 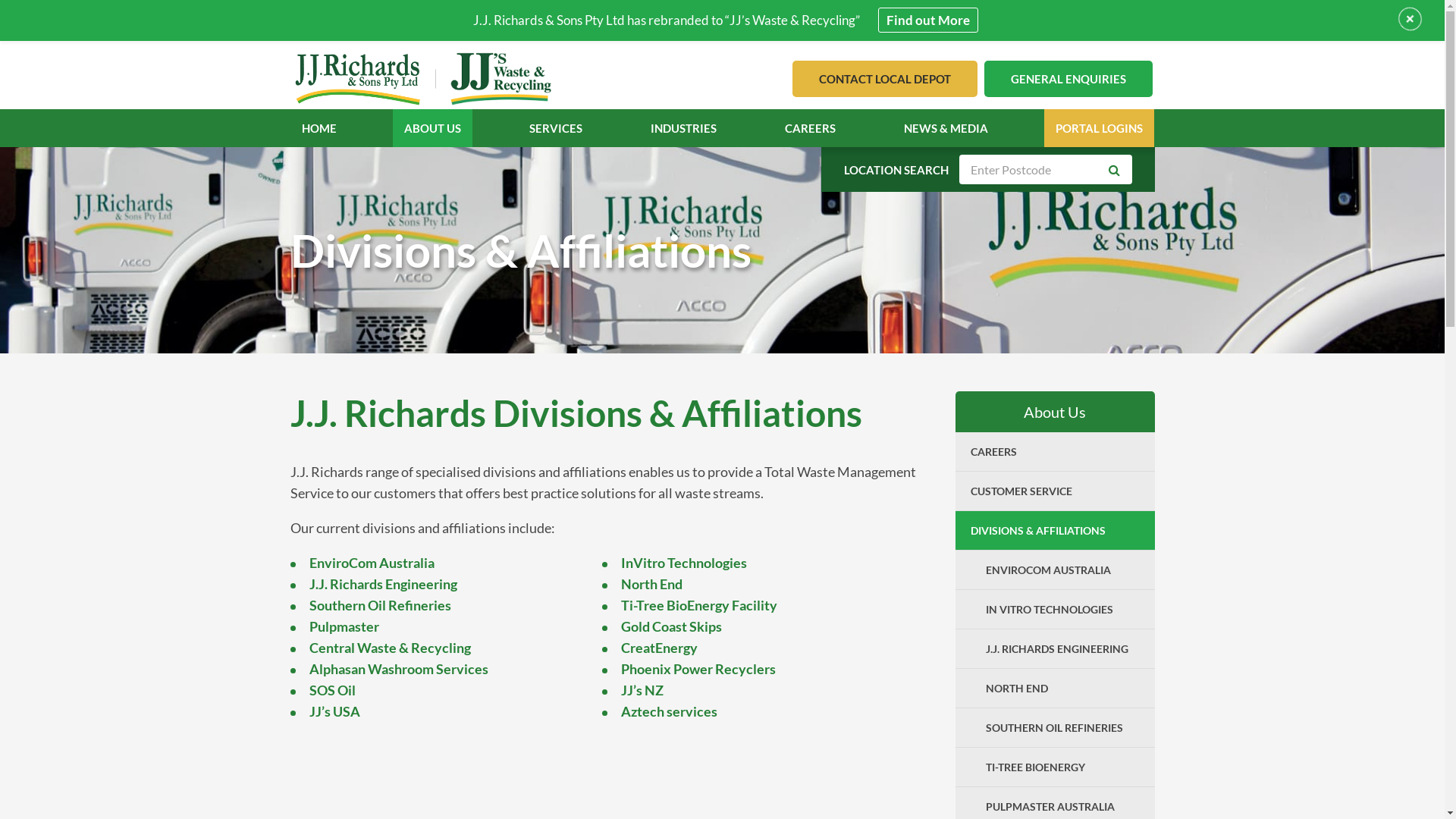 I want to click on 'ENVIROCOM AUSTRALIA', so click(x=1062, y=570).